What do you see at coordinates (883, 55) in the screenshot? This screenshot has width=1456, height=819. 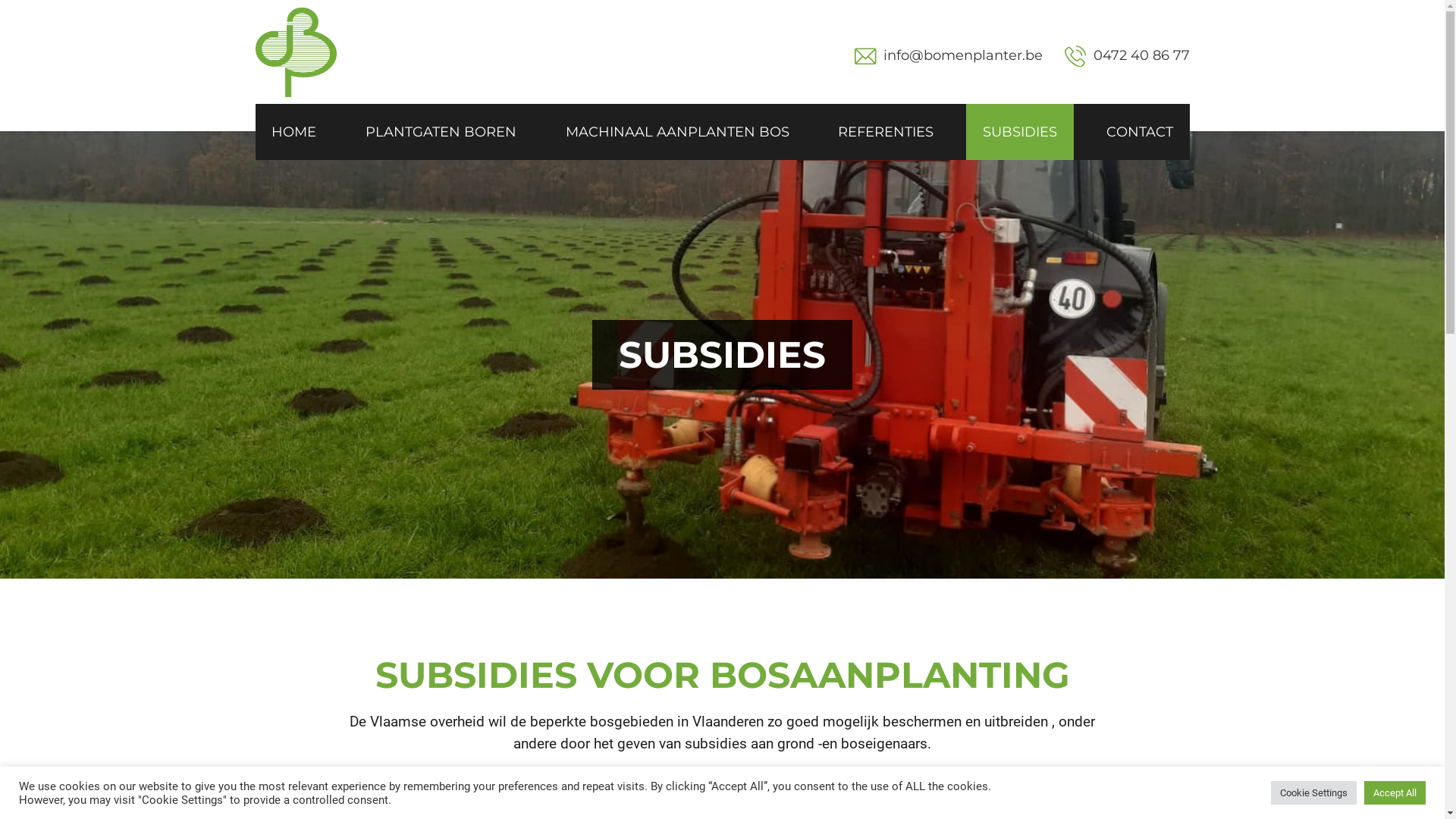 I see `'info@bomenplanter.be'` at bounding box center [883, 55].